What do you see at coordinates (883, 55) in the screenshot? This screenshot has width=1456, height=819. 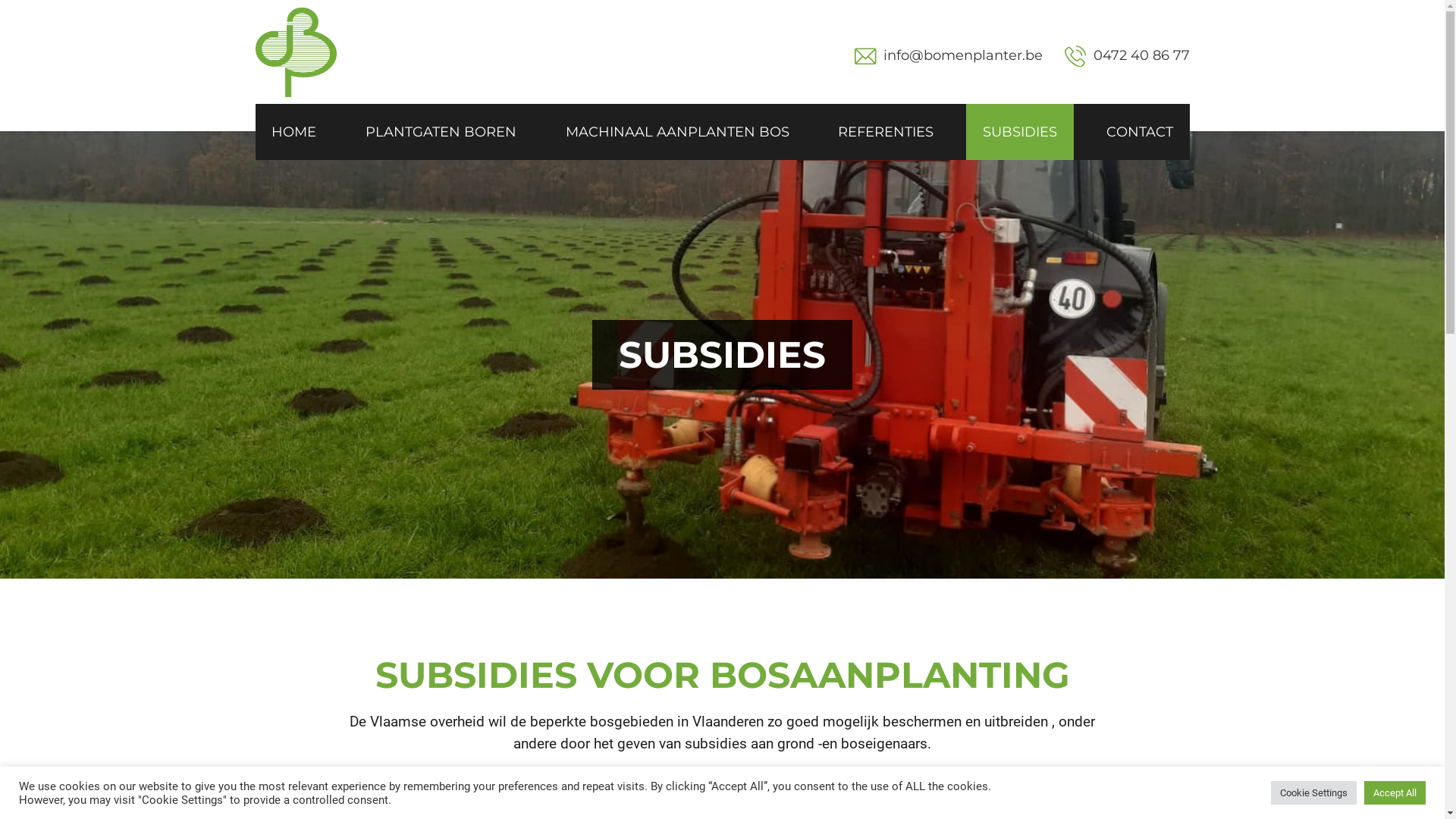 I see `'info@bomenplanter.be'` at bounding box center [883, 55].